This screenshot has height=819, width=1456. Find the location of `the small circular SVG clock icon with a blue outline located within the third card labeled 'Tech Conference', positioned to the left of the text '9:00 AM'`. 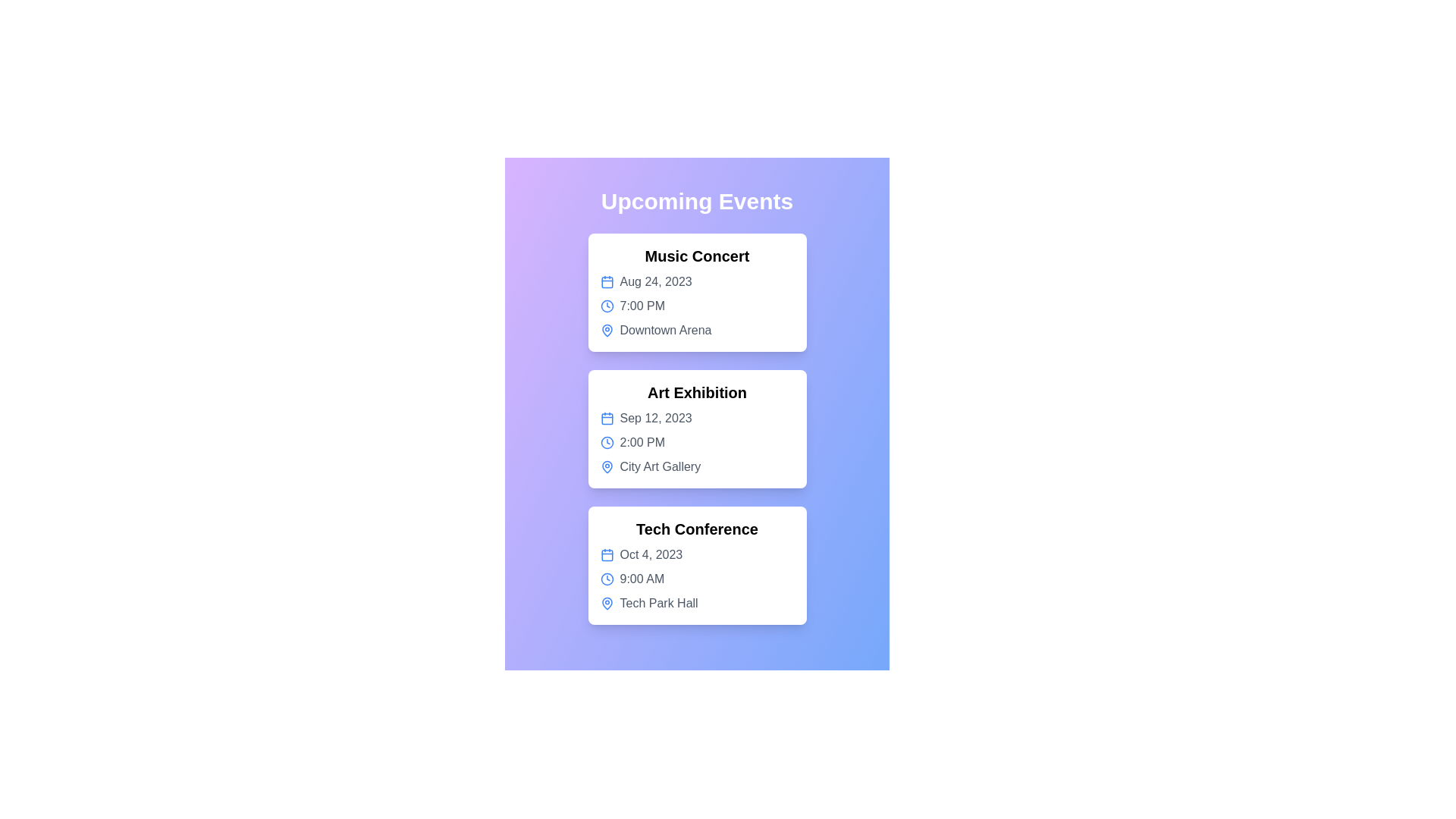

the small circular SVG clock icon with a blue outline located within the third card labeled 'Tech Conference', positioned to the left of the text '9:00 AM' is located at coordinates (607, 579).